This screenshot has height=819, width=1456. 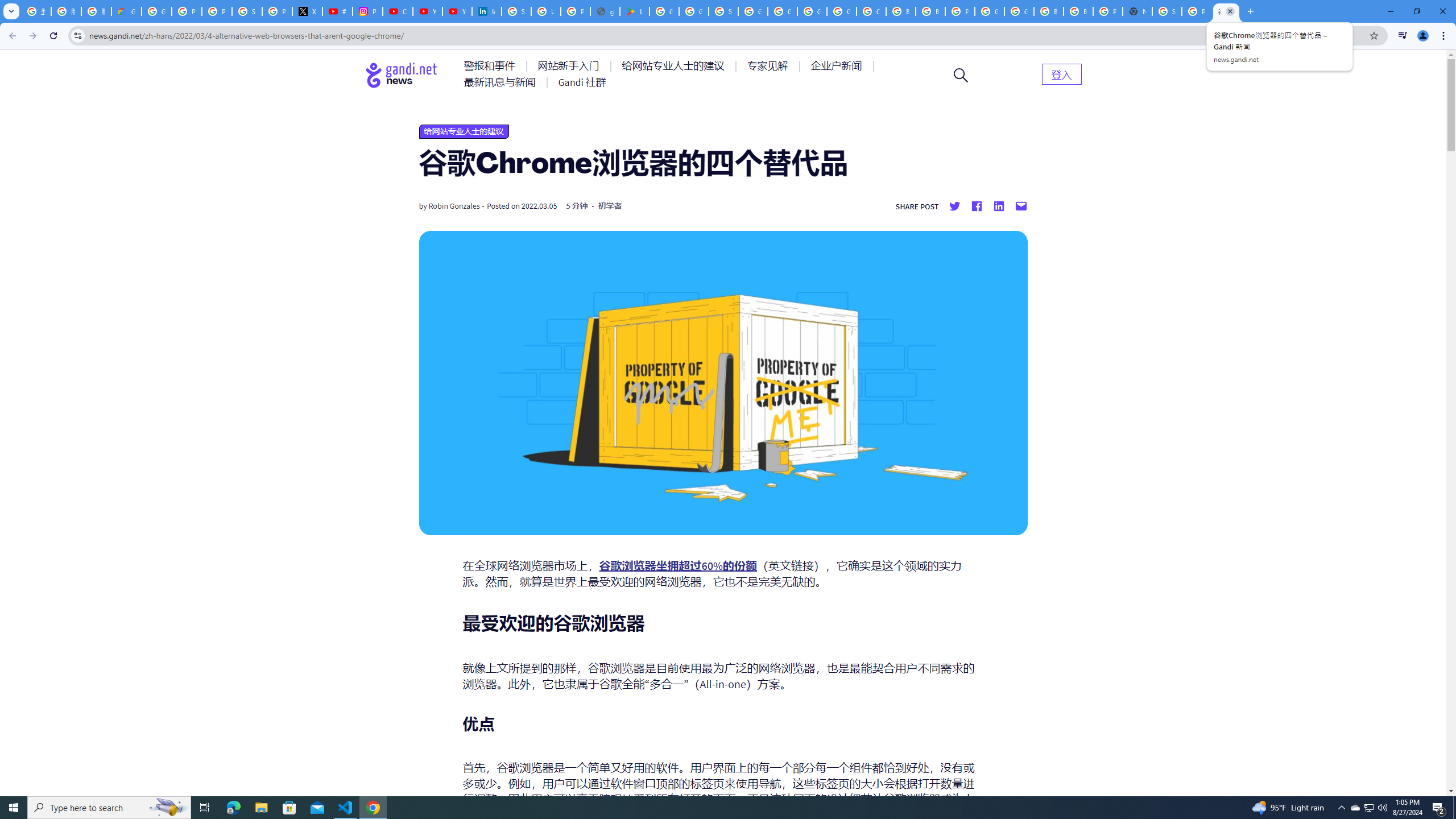 I want to click on 'Browse Chrome as a guest - Computer - Google Chrome Help', so click(x=900, y=11).